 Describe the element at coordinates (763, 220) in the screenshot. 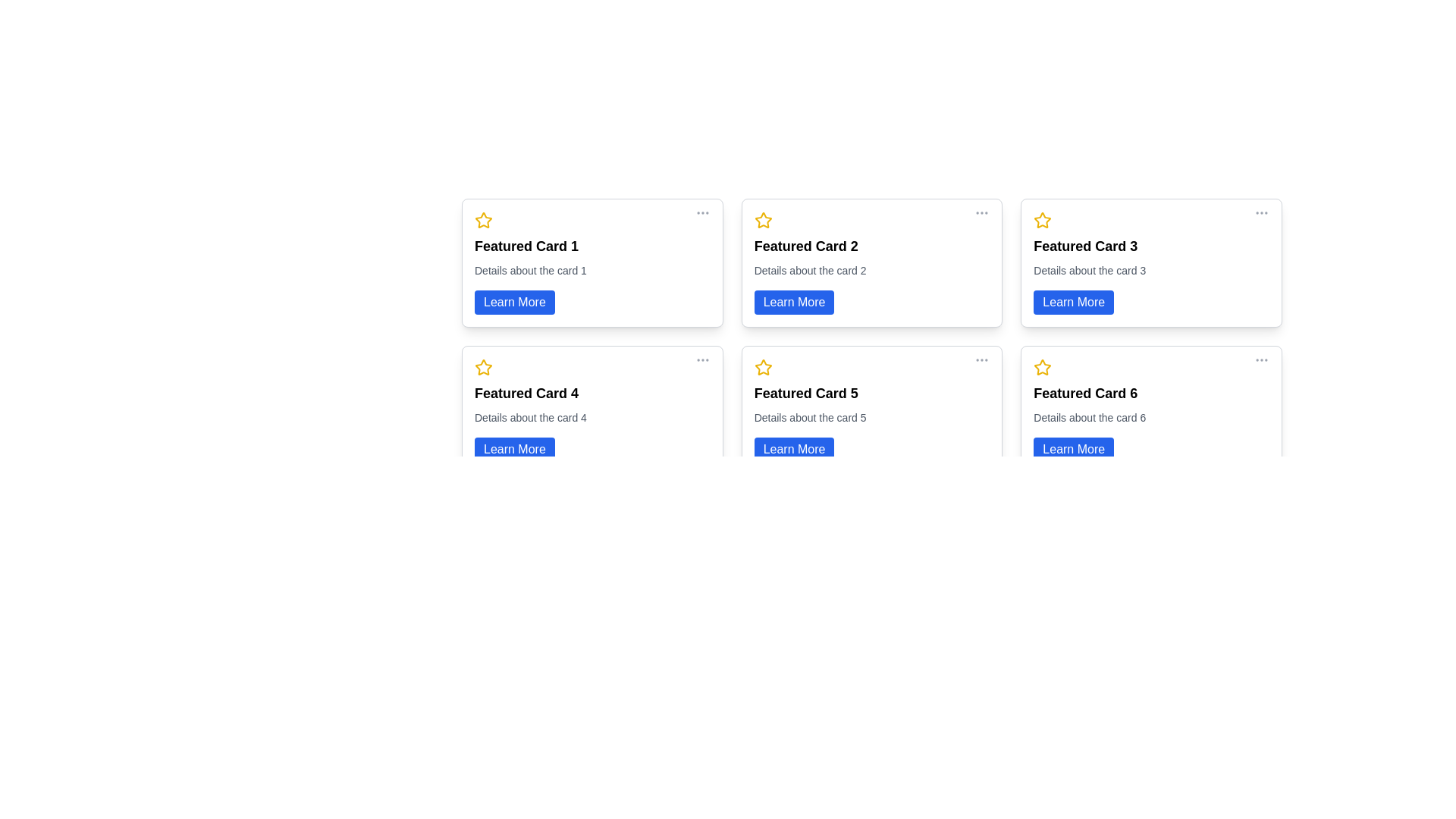

I see `the favorite or rating indicator icon located at the top-left corner of the 'Featured Card 2' component` at that location.